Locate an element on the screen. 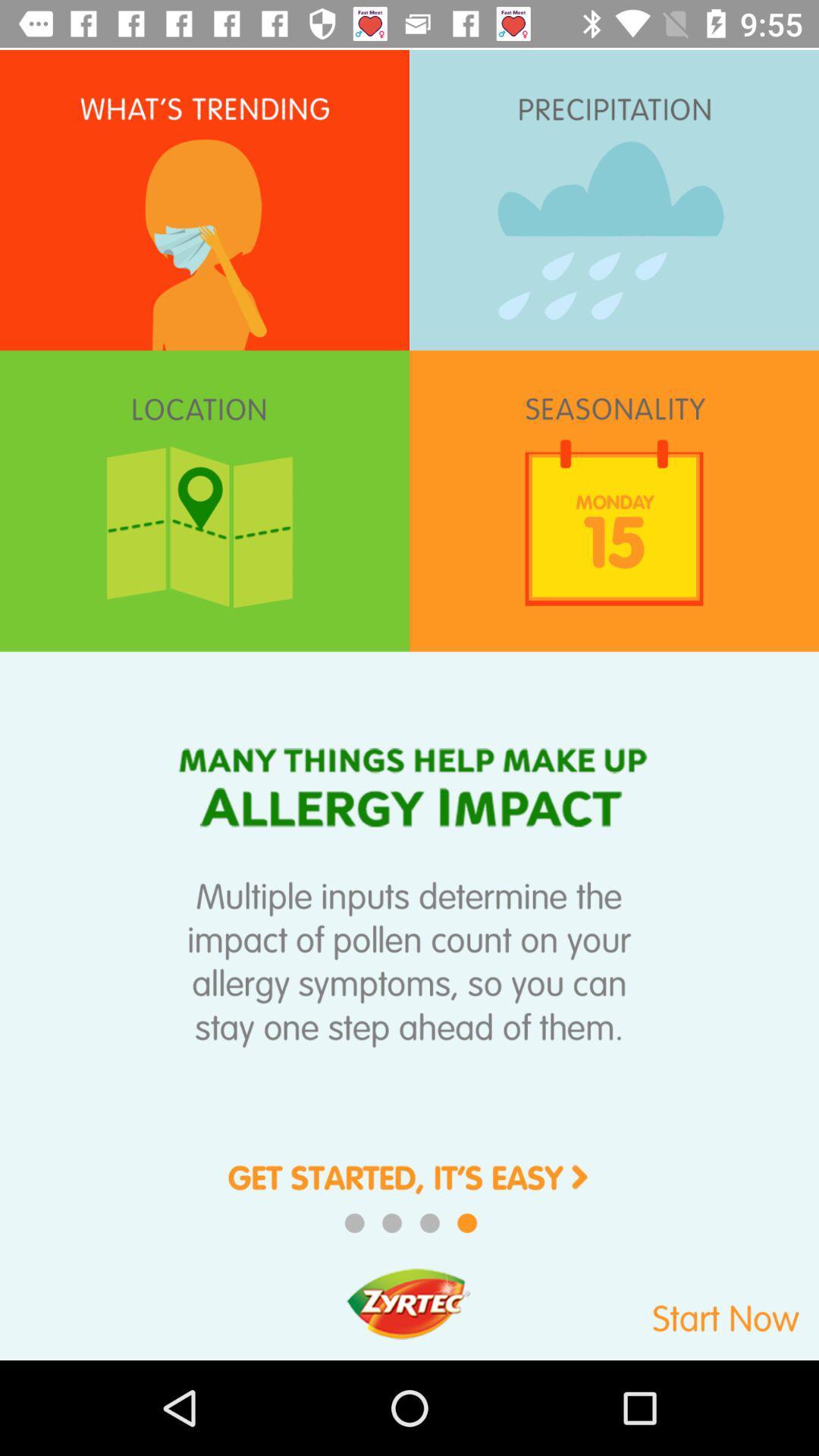  starting option is located at coordinates (409, 1188).